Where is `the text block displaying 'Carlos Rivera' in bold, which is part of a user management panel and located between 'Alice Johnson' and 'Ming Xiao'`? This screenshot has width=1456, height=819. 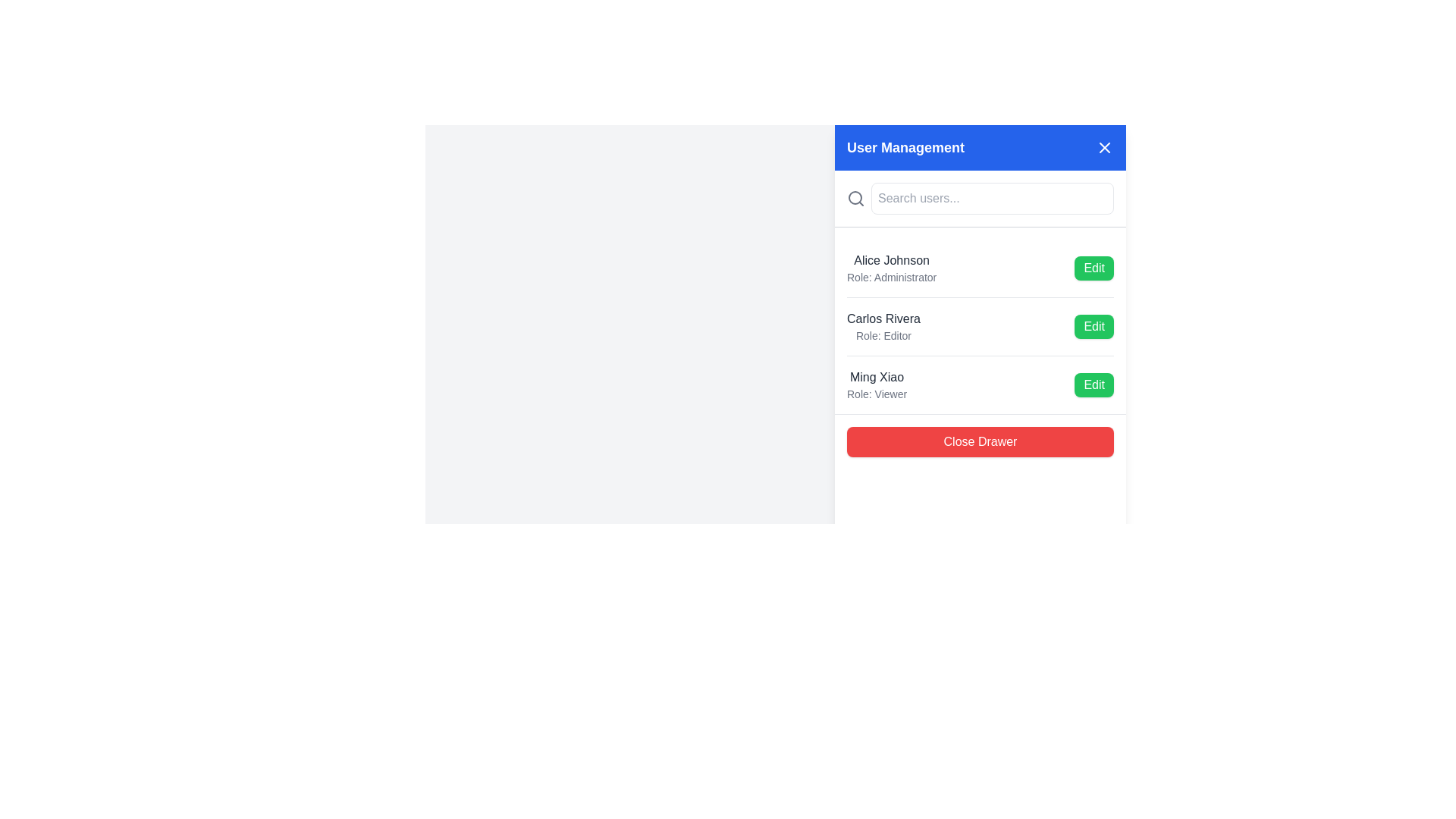
the text block displaying 'Carlos Rivera' in bold, which is part of a user management panel and located between 'Alice Johnson' and 'Ming Xiao' is located at coordinates (883, 326).